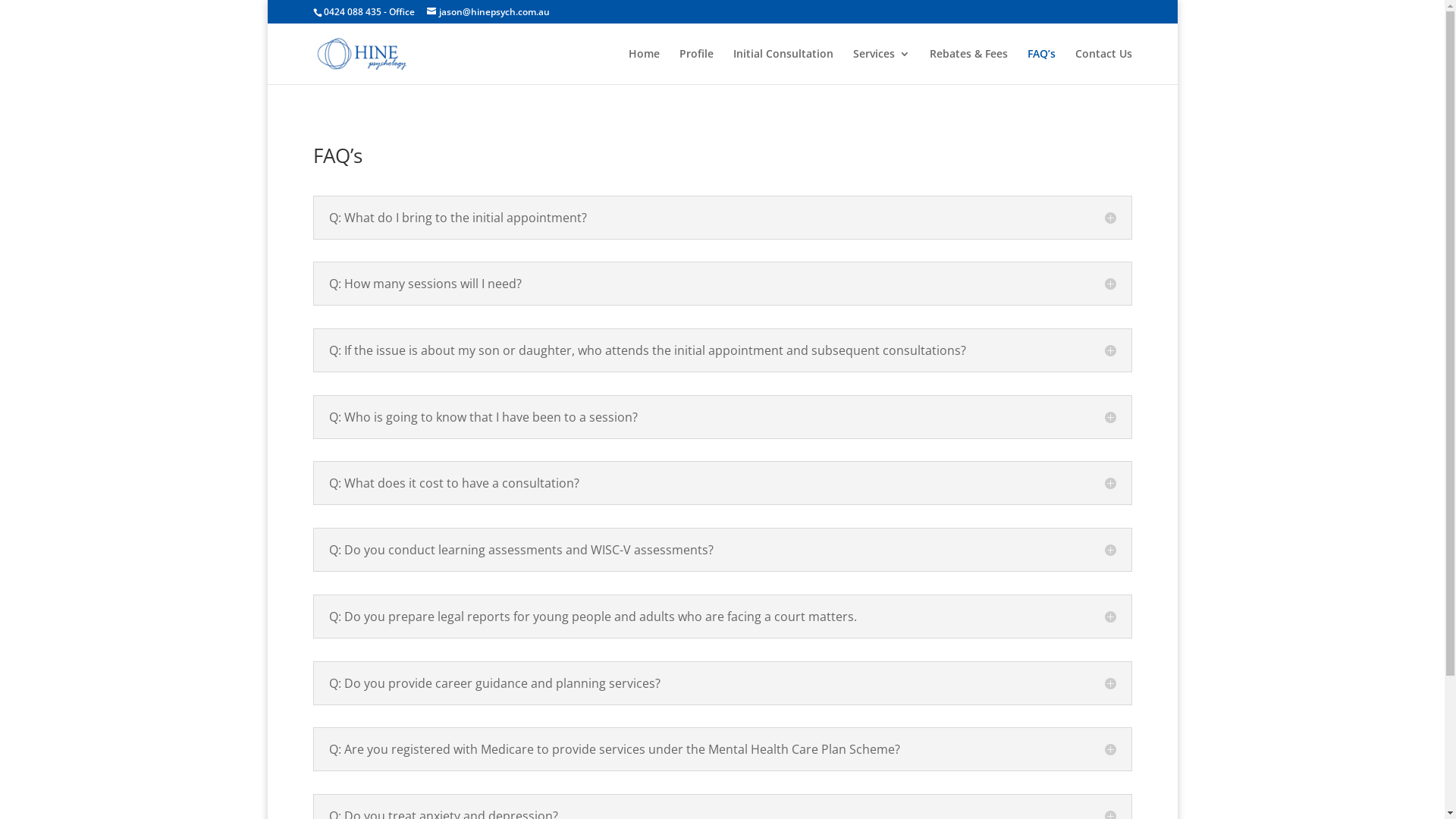 The width and height of the screenshot is (1456, 819). I want to click on 'jason@hinepsych.com.au', so click(425, 11).